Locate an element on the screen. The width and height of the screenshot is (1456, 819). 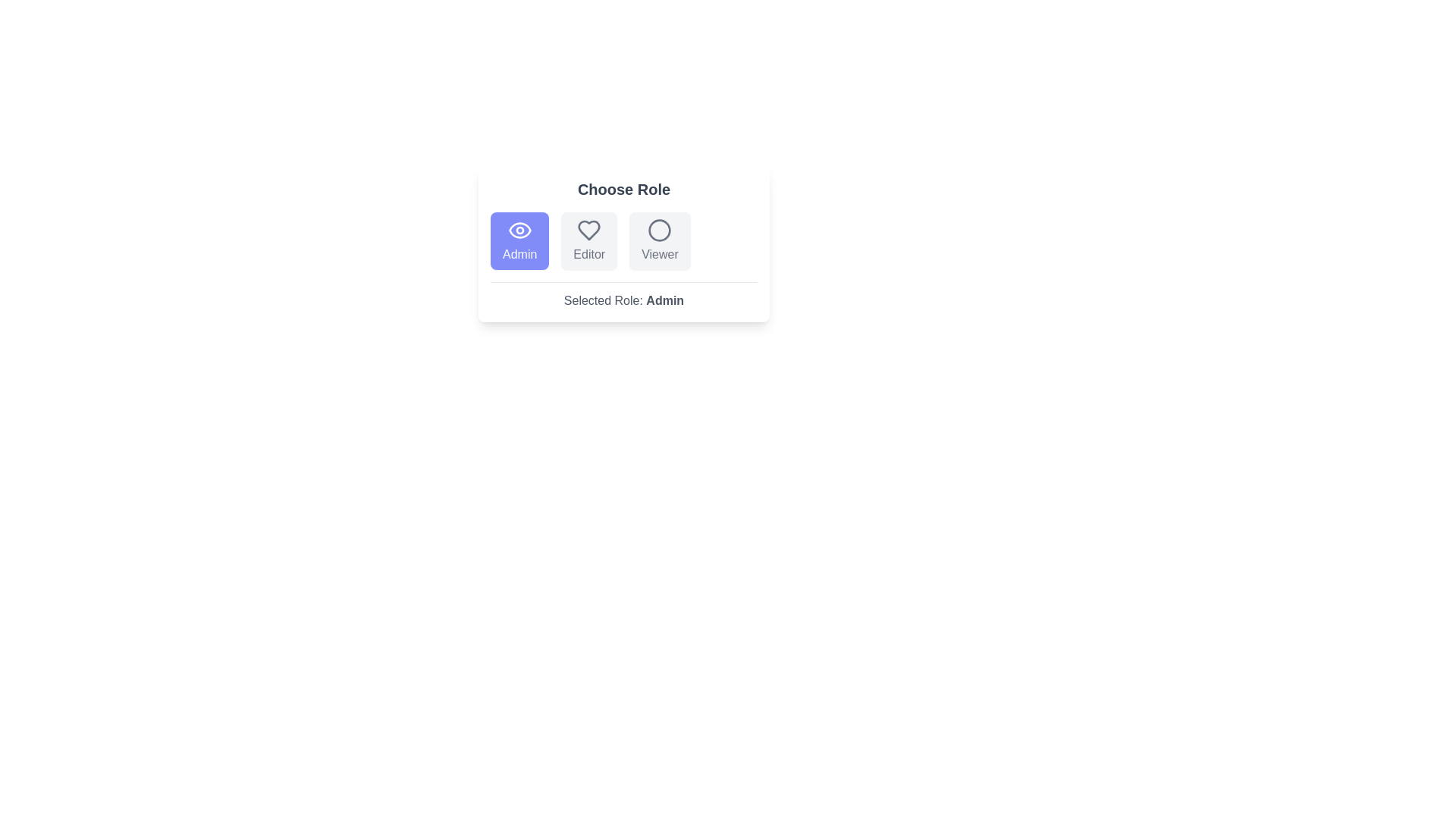
the 'Editor' text label, which is styled in gray and positioned centrally below a heart icon in the 'Choose Role' selection group is located at coordinates (588, 253).